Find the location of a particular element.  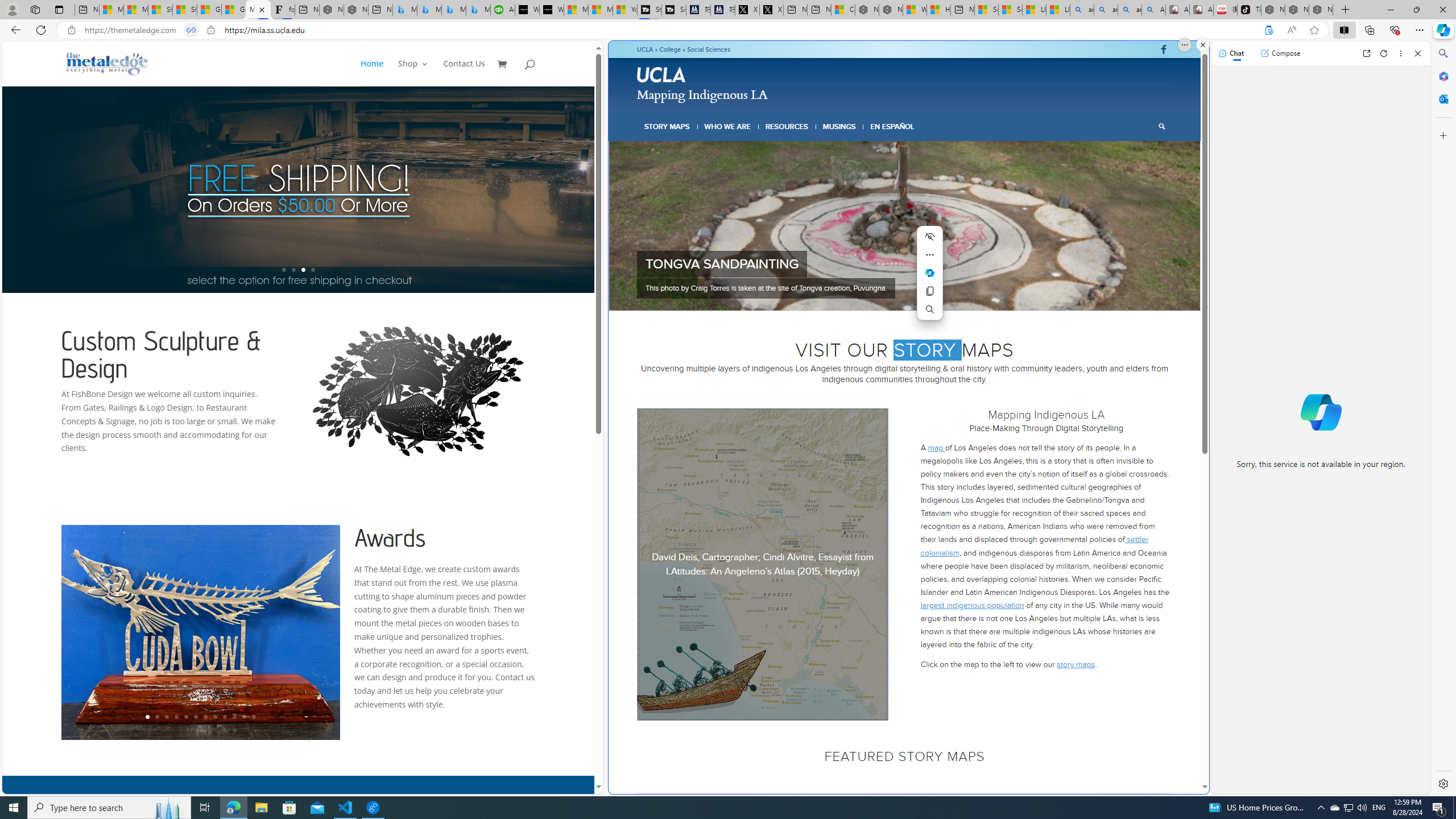

'Add this page to favorites (Ctrl+D)' is located at coordinates (1314, 30).